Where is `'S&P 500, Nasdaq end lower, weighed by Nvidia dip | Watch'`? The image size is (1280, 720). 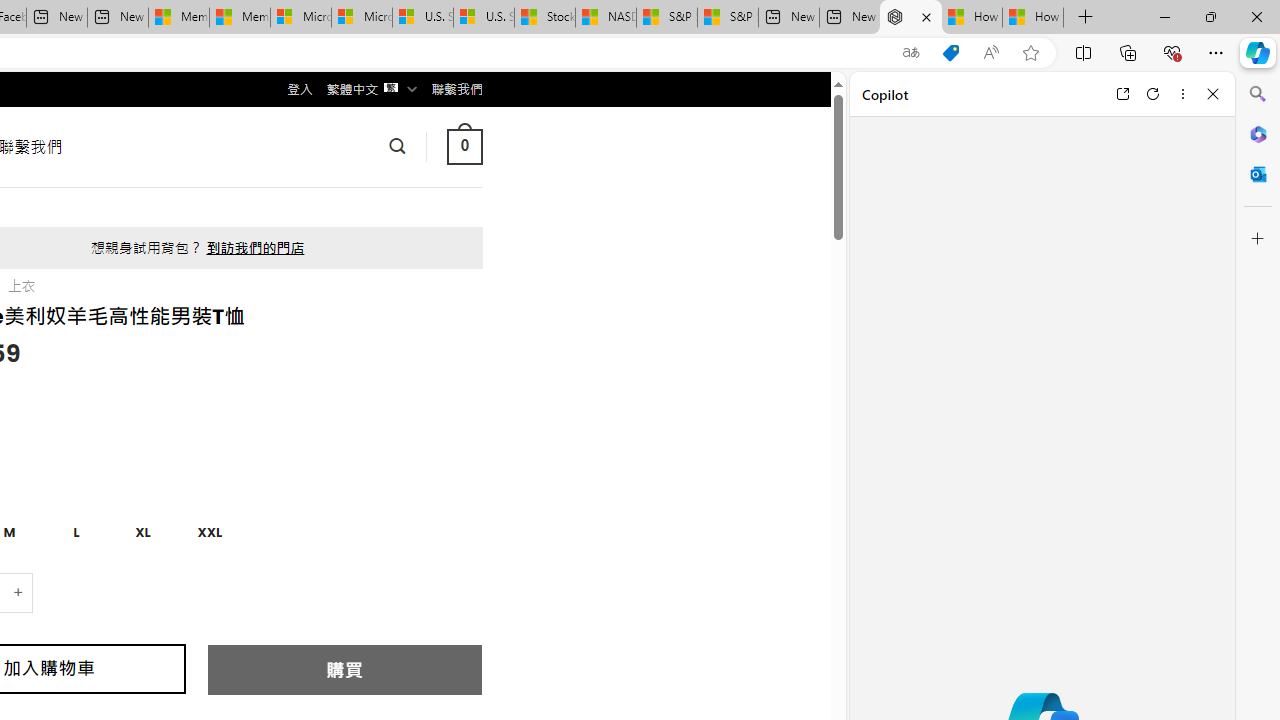
'S&P 500, Nasdaq end lower, weighed by Nvidia dip | Watch' is located at coordinates (726, 17).